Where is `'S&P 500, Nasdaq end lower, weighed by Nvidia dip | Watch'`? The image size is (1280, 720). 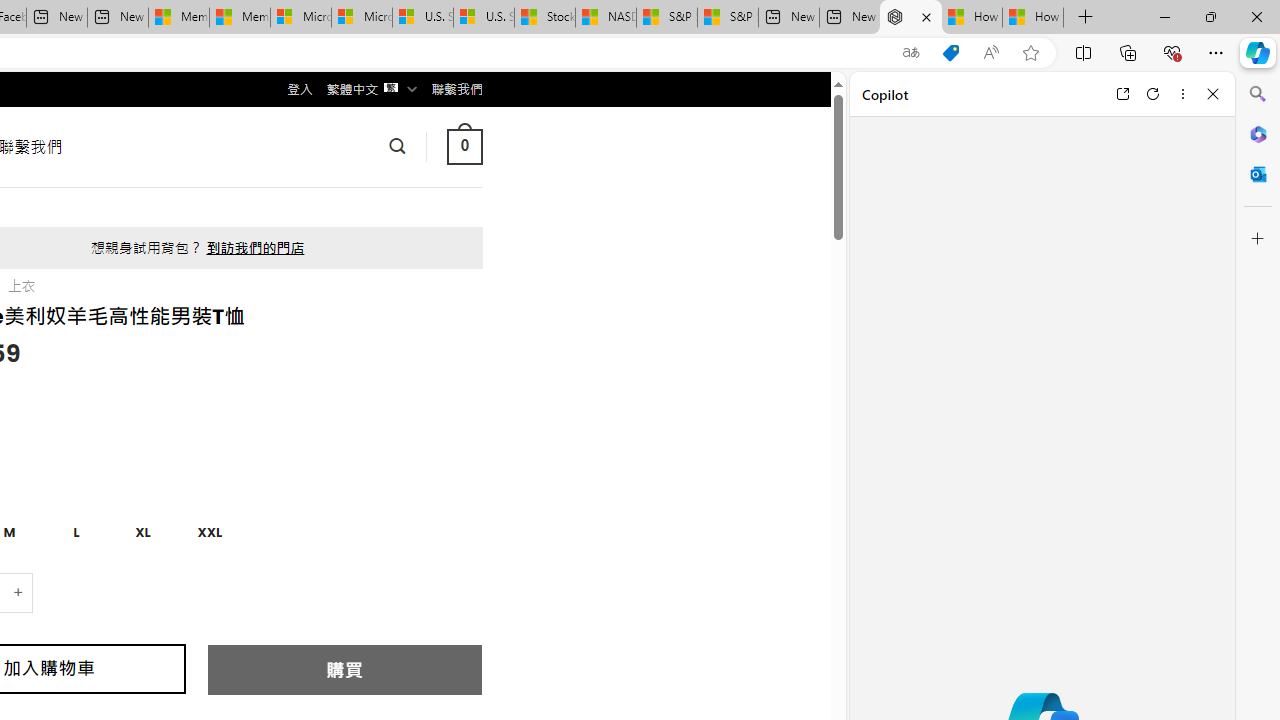
'S&P 500, Nasdaq end lower, weighed by Nvidia dip | Watch' is located at coordinates (726, 17).